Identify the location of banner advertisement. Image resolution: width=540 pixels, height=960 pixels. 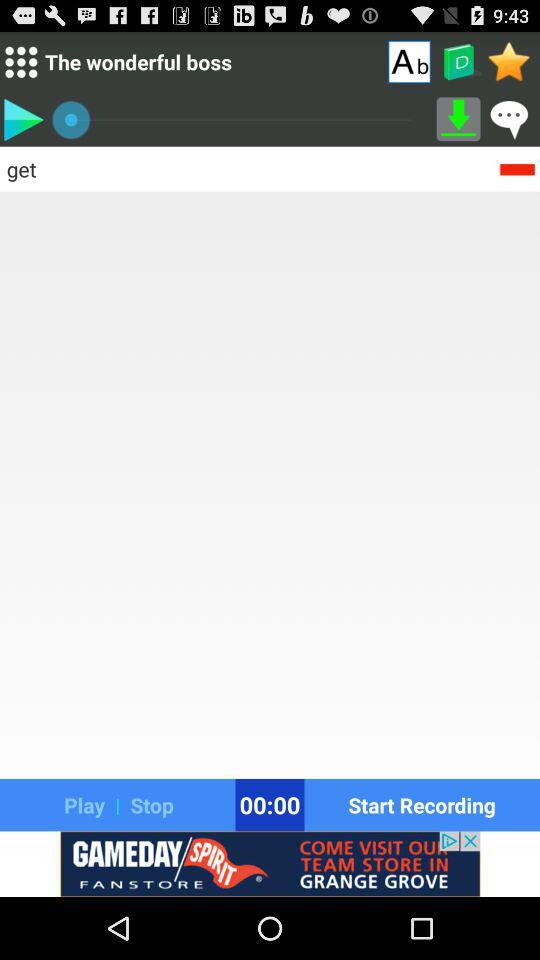
(270, 863).